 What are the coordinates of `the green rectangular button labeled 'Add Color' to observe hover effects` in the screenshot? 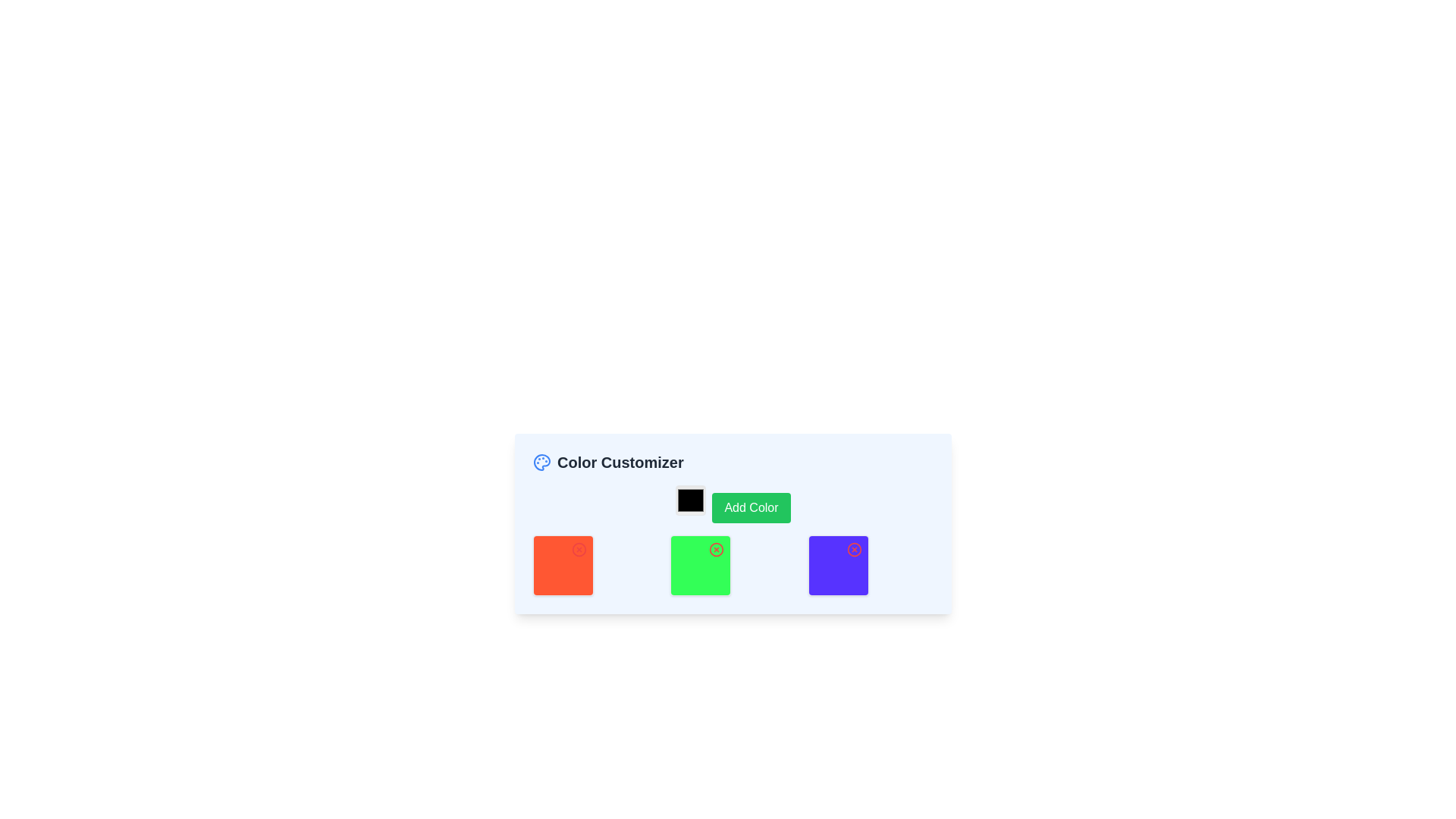 It's located at (733, 504).